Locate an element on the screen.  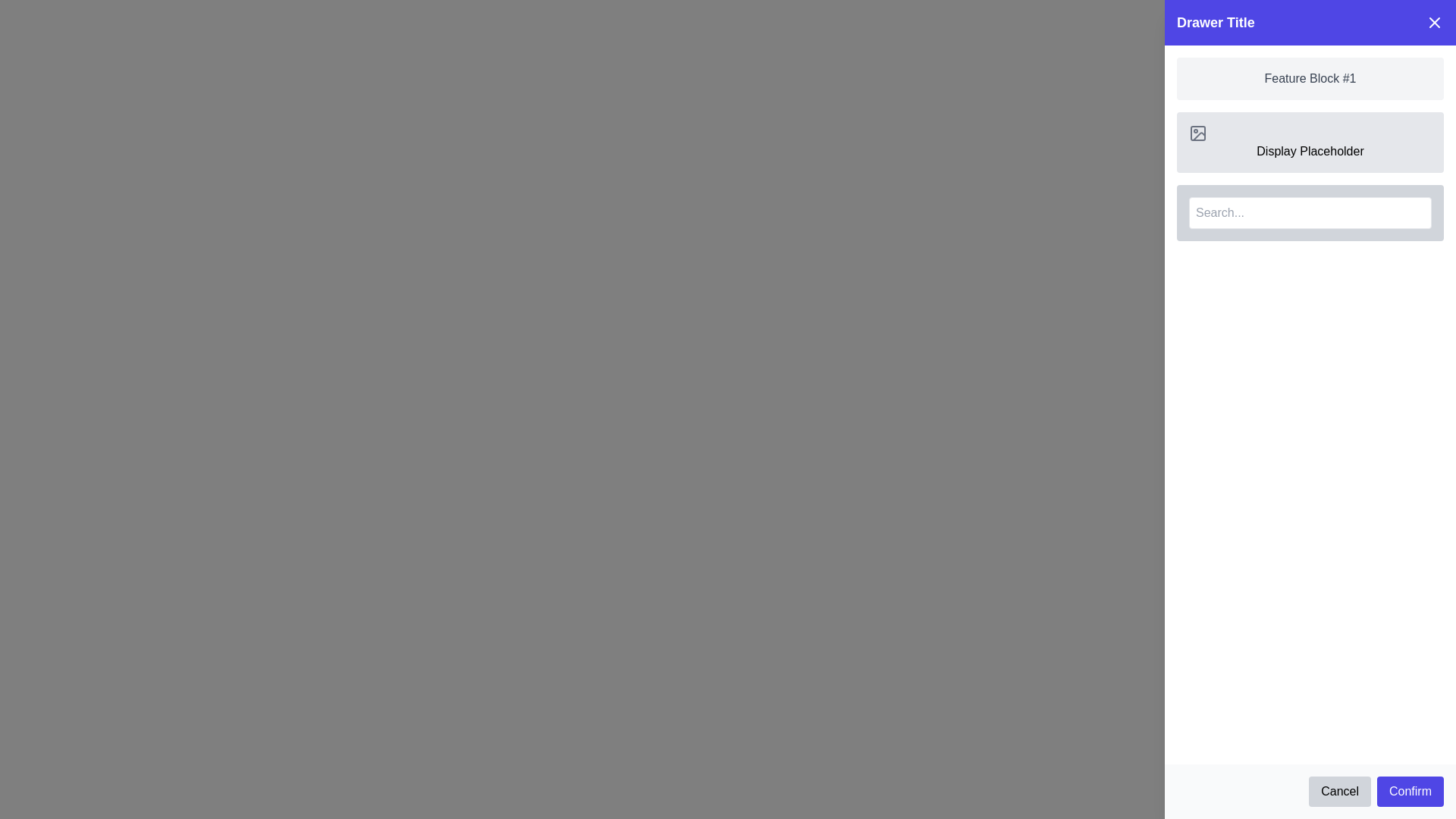
the 'Close' button located in the top-right corner of the drawer titled 'Drawer Title' is located at coordinates (1425, 30).